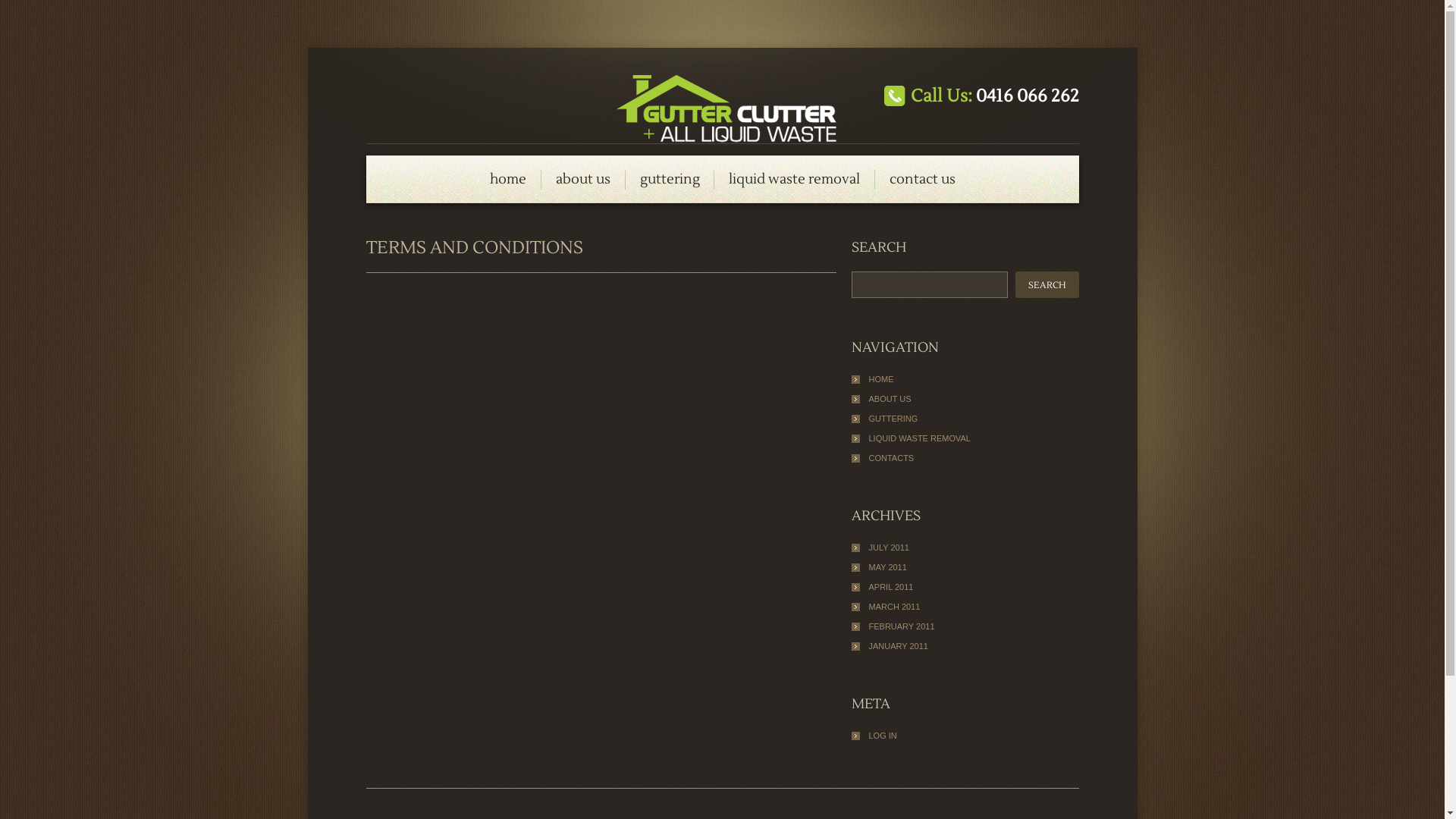 The width and height of the screenshot is (1456, 819). I want to click on 'JANUARY 2011', so click(899, 646).